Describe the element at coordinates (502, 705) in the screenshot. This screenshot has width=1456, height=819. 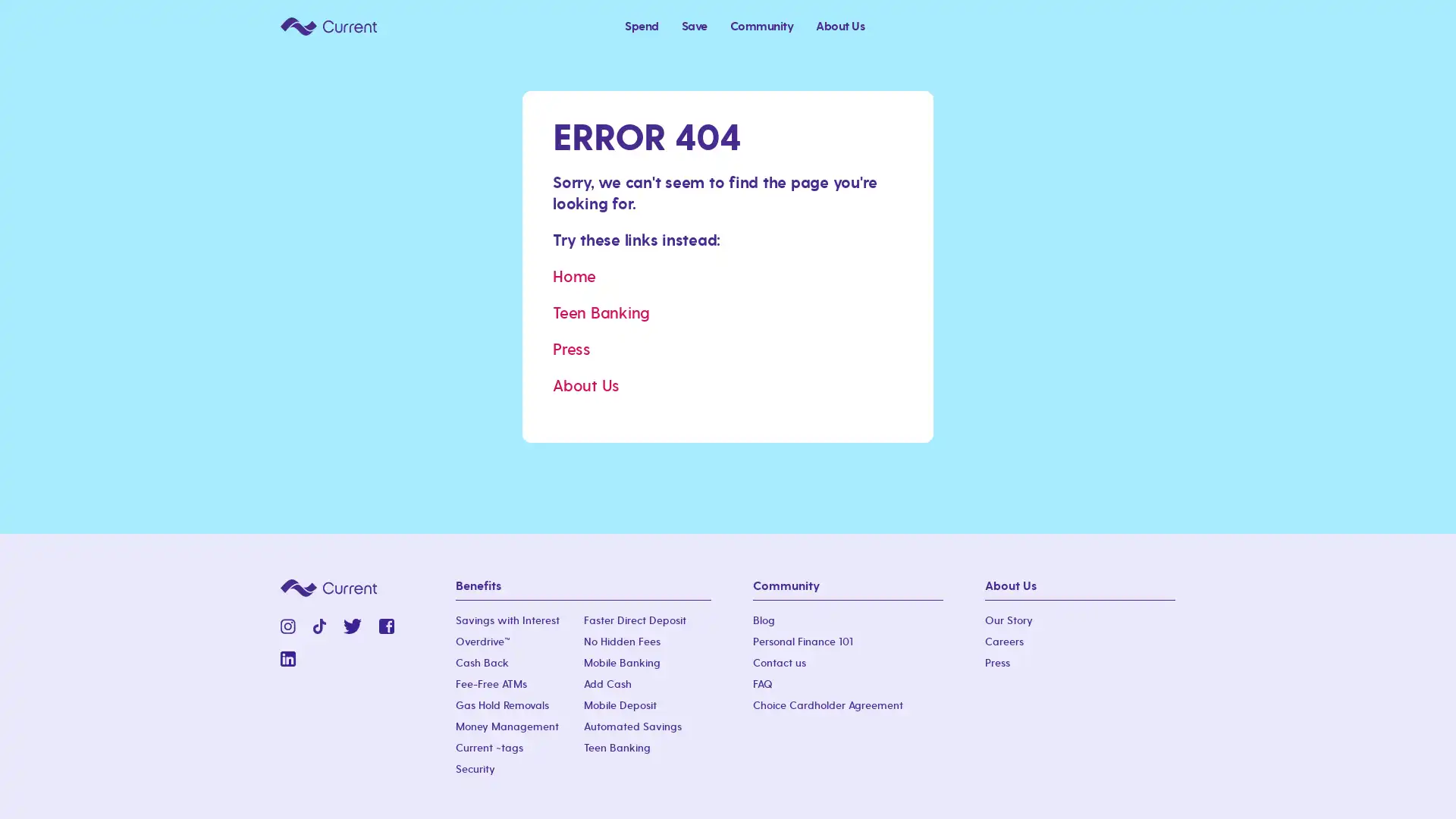
I see `Gas Hold Removals` at that location.